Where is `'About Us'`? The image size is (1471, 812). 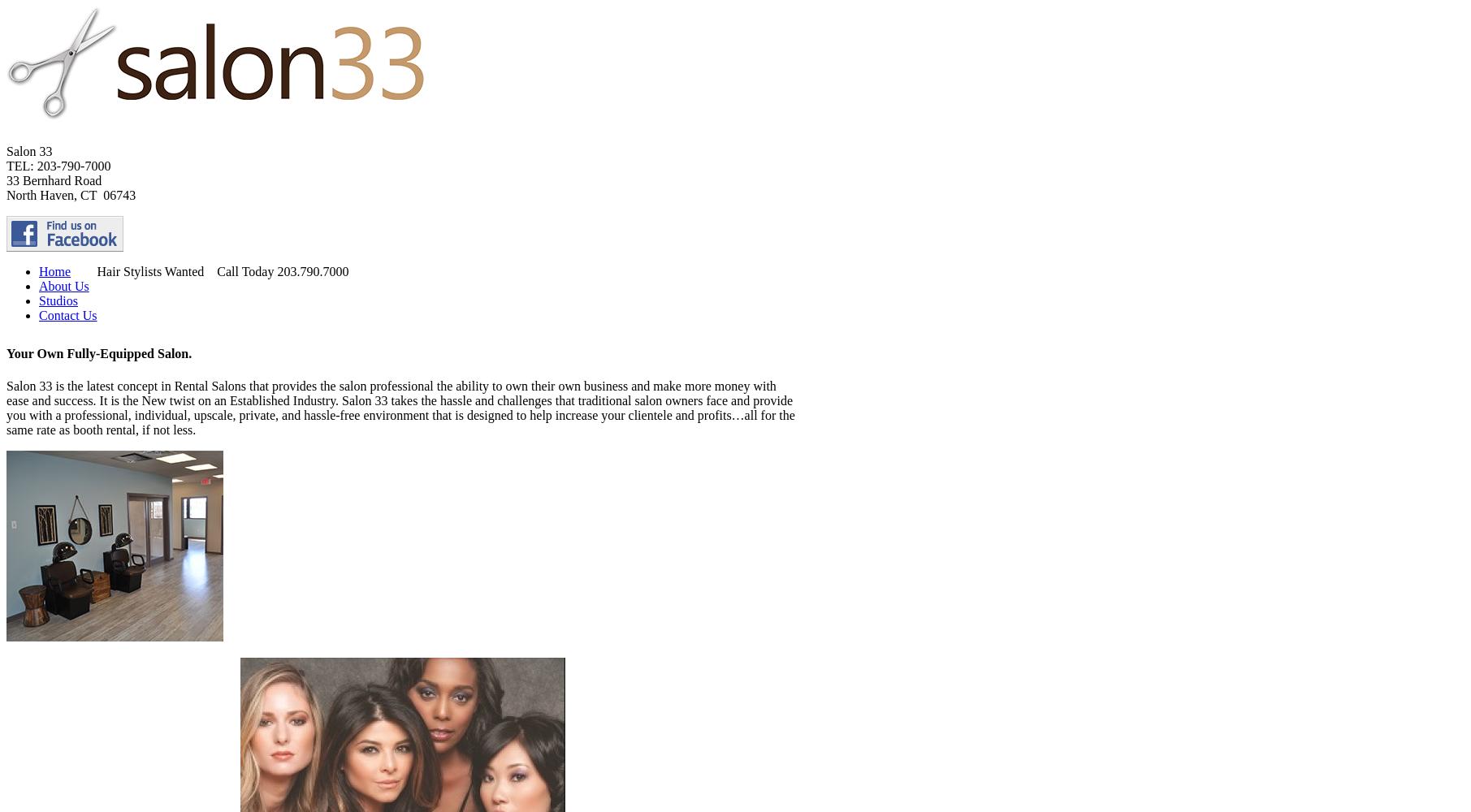 'About Us' is located at coordinates (63, 285).